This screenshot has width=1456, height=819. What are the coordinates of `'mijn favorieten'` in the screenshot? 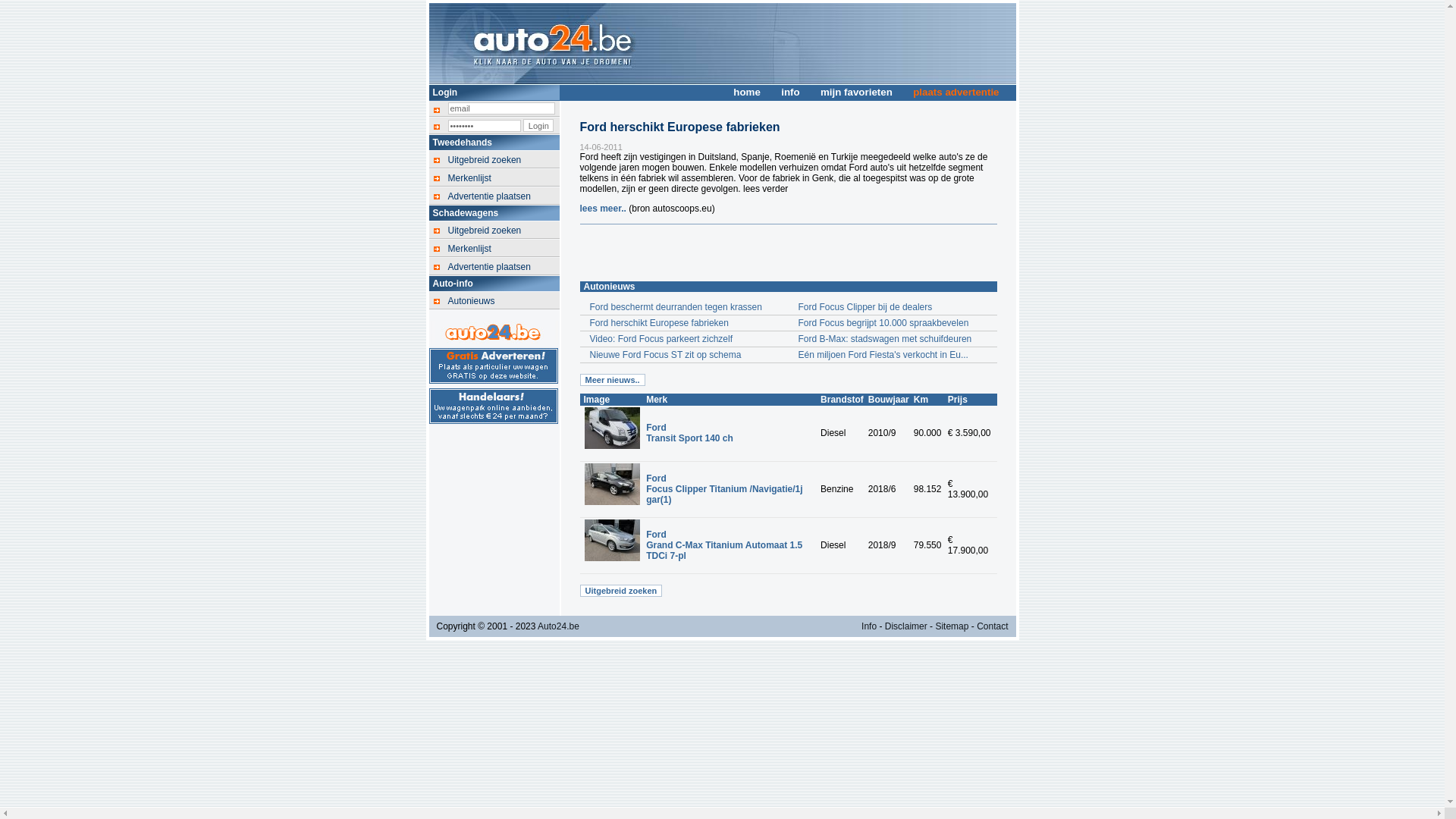 It's located at (811, 92).